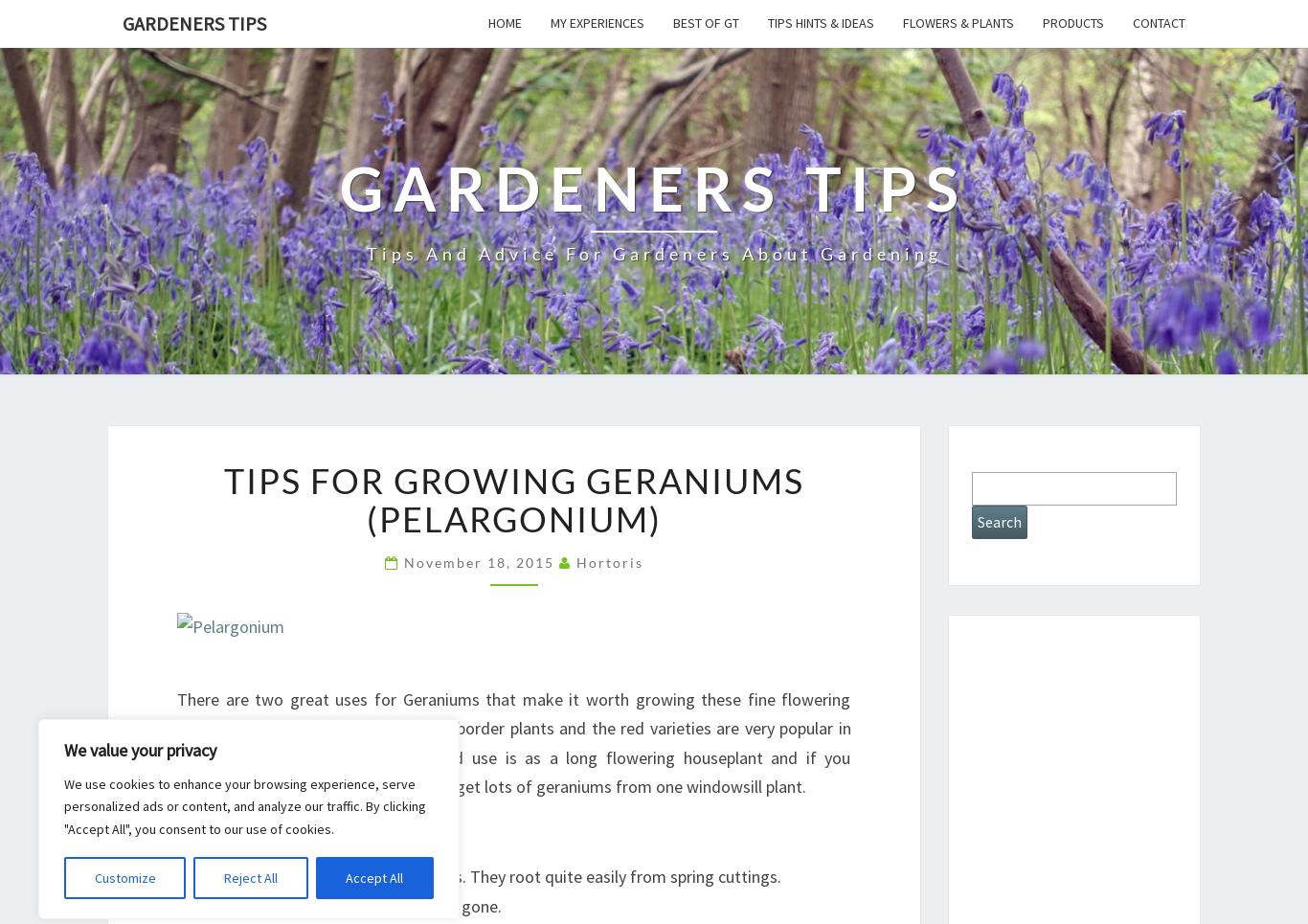  What do you see at coordinates (488, 22) in the screenshot?
I see `'Home'` at bounding box center [488, 22].